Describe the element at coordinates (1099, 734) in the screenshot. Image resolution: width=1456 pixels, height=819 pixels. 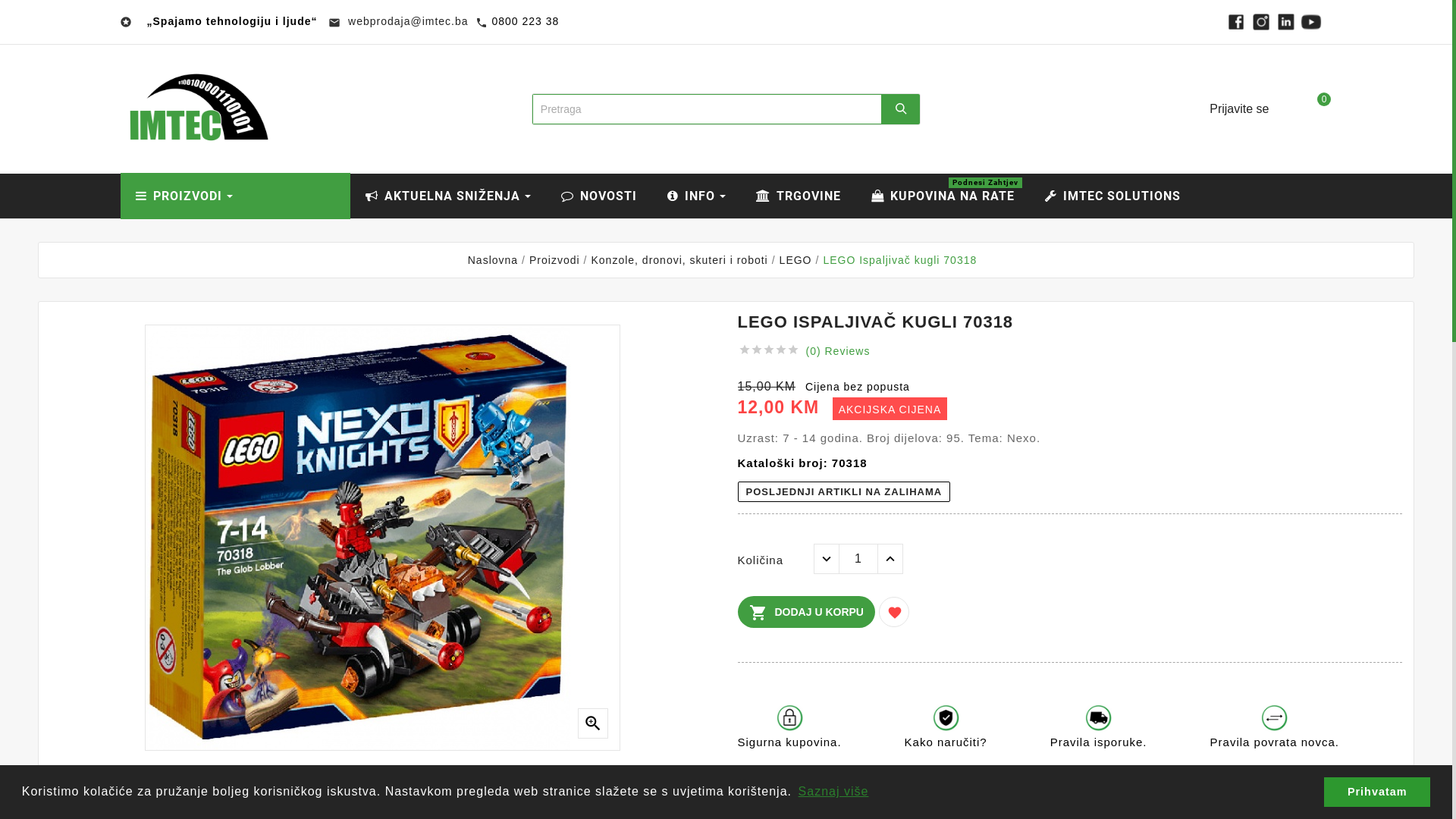
I see `'  Pravila isporuke.'` at that location.